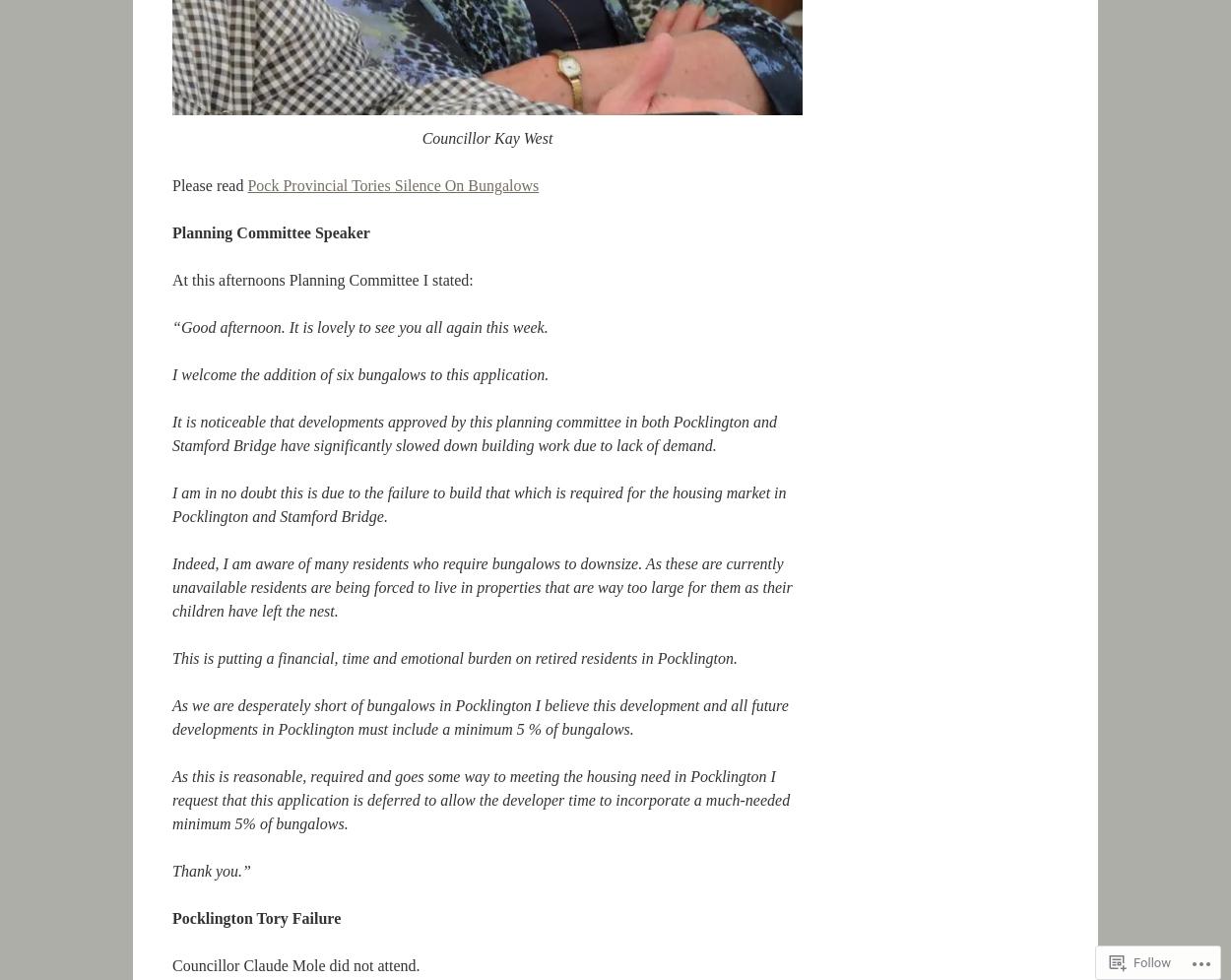 Image resolution: width=1231 pixels, height=980 pixels. I want to click on 'Thank you.”', so click(172, 870).